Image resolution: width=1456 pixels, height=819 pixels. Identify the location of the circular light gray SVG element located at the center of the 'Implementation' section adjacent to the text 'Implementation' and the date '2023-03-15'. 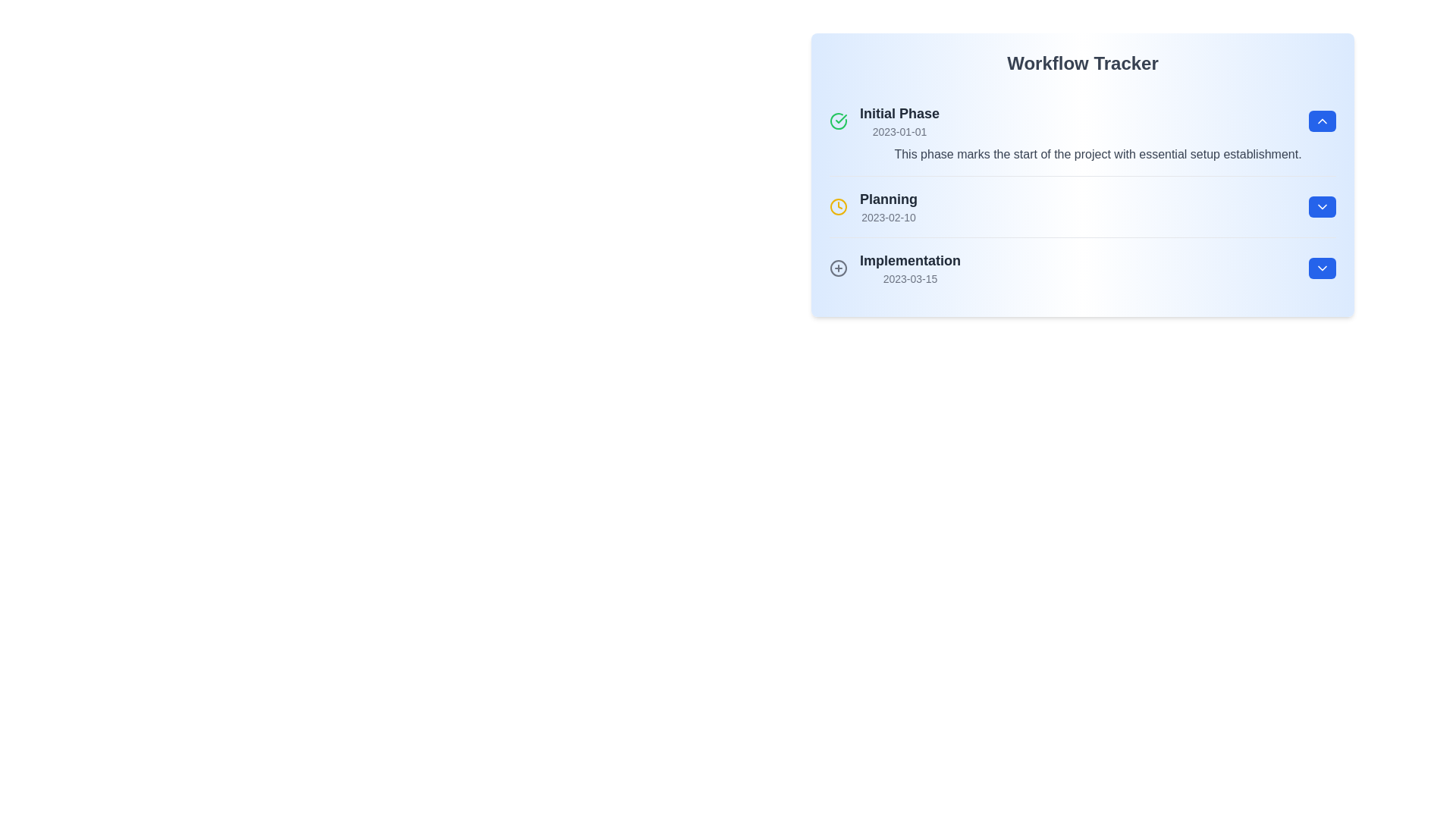
(837, 268).